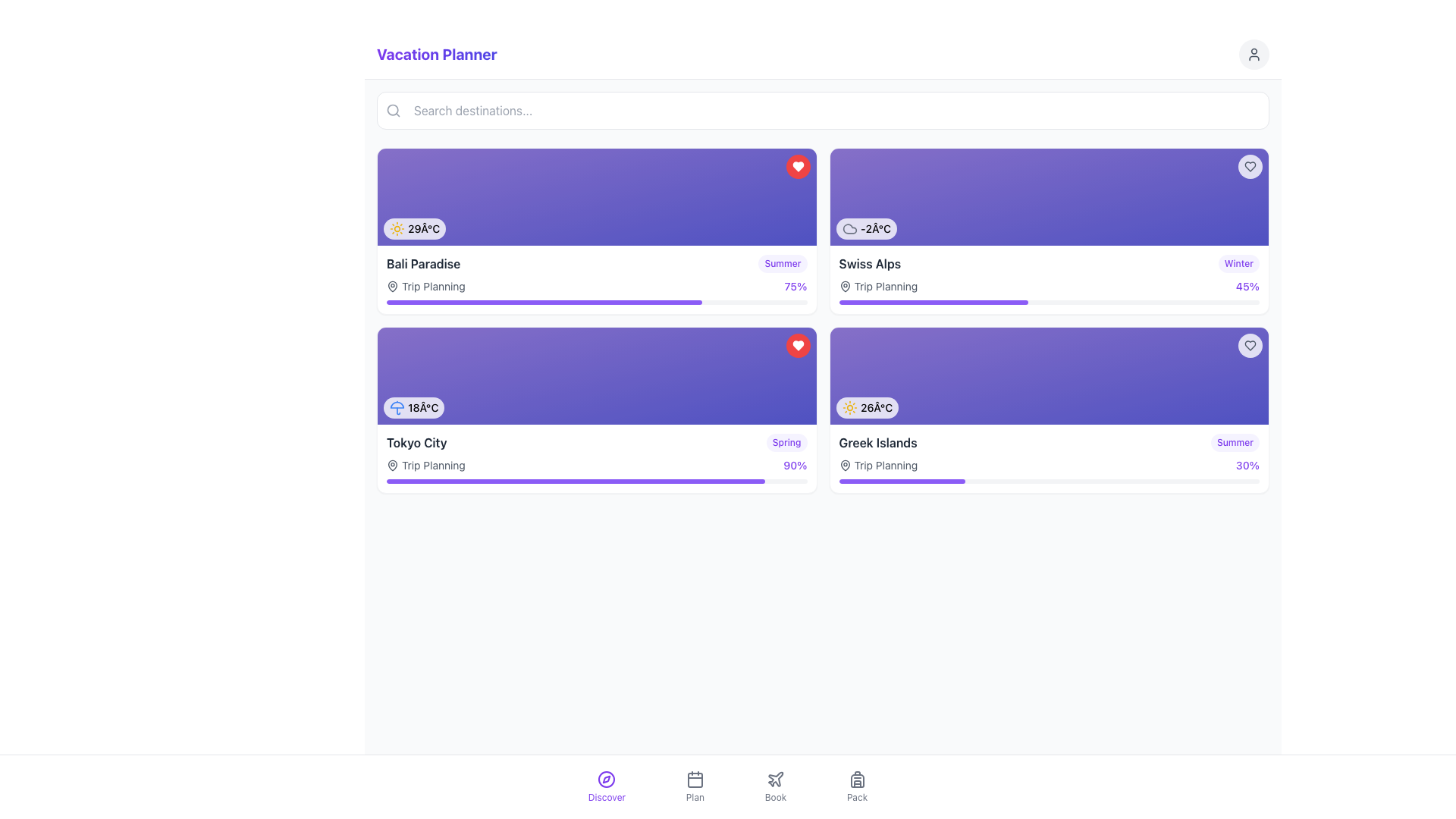 The height and width of the screenshot is (819, 1456). I want to click on the heart icon in the top-right corner of the 'Greek Islands' card to mark or unmark it as a favorite, so click(1250, 345).